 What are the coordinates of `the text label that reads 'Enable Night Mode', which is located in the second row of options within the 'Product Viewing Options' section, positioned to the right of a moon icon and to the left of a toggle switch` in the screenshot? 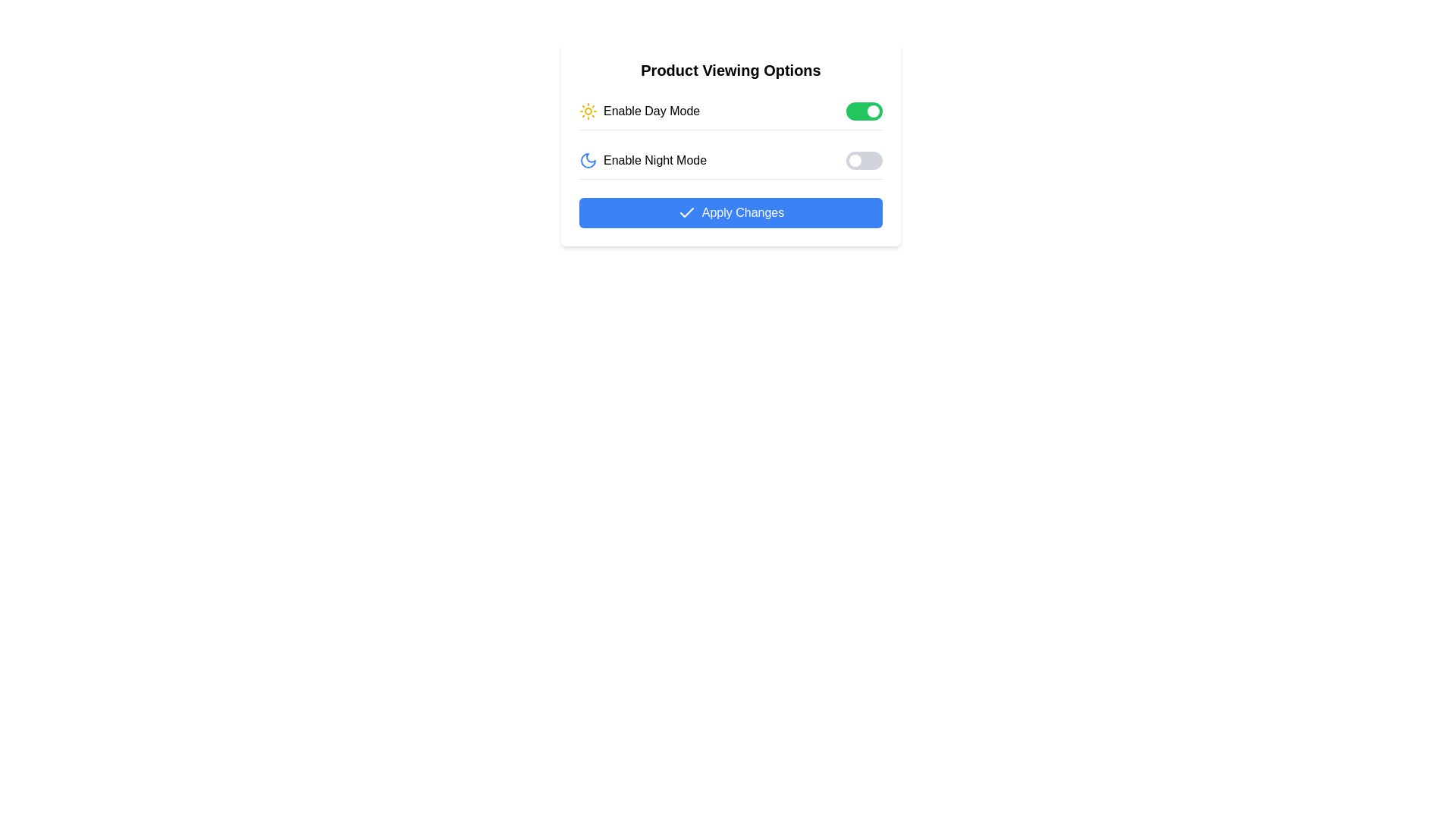 It's located at (655, 161).